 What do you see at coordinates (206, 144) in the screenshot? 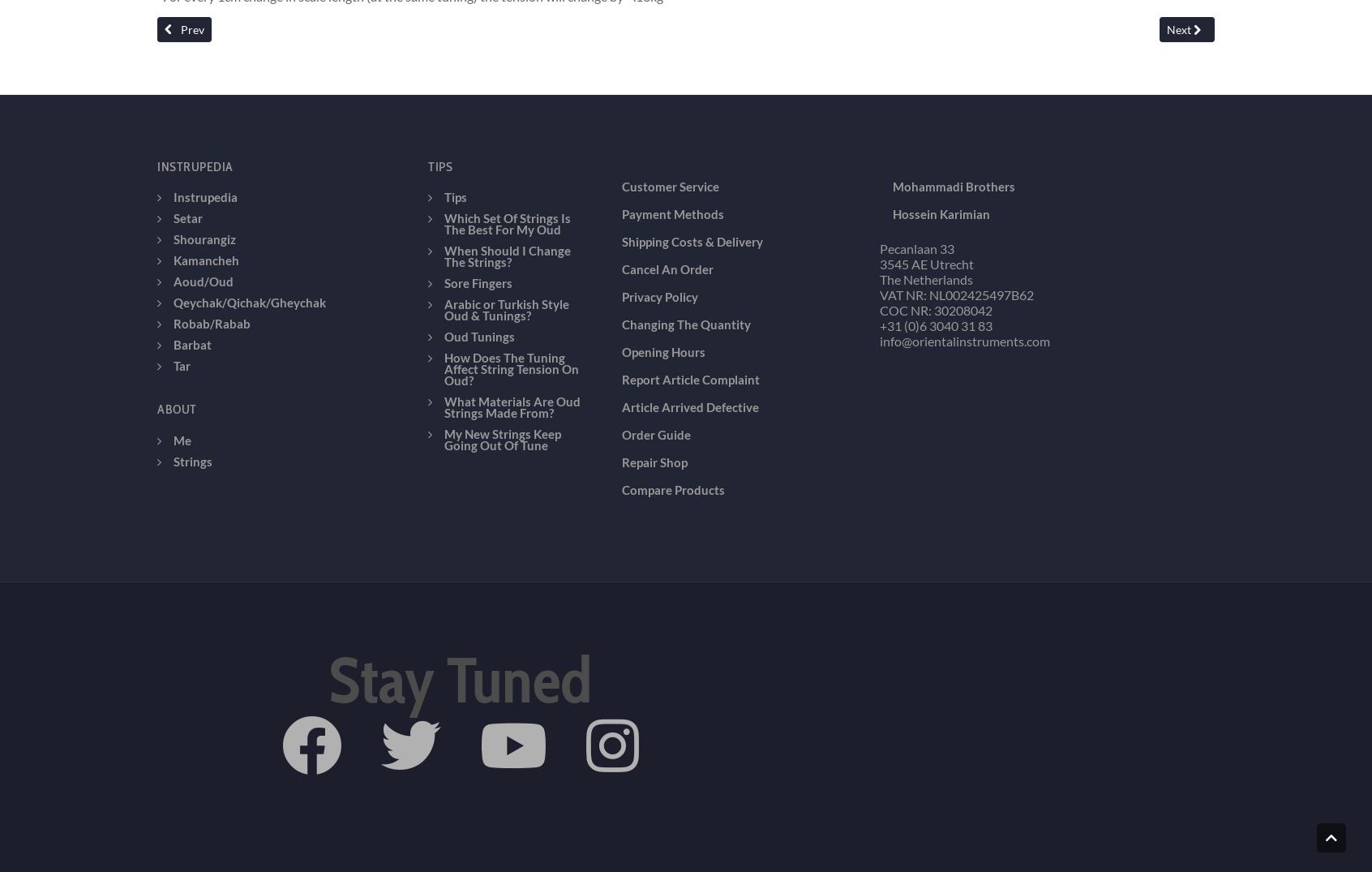
I see `'Kamancheh'` at bounding box center [206, 144].